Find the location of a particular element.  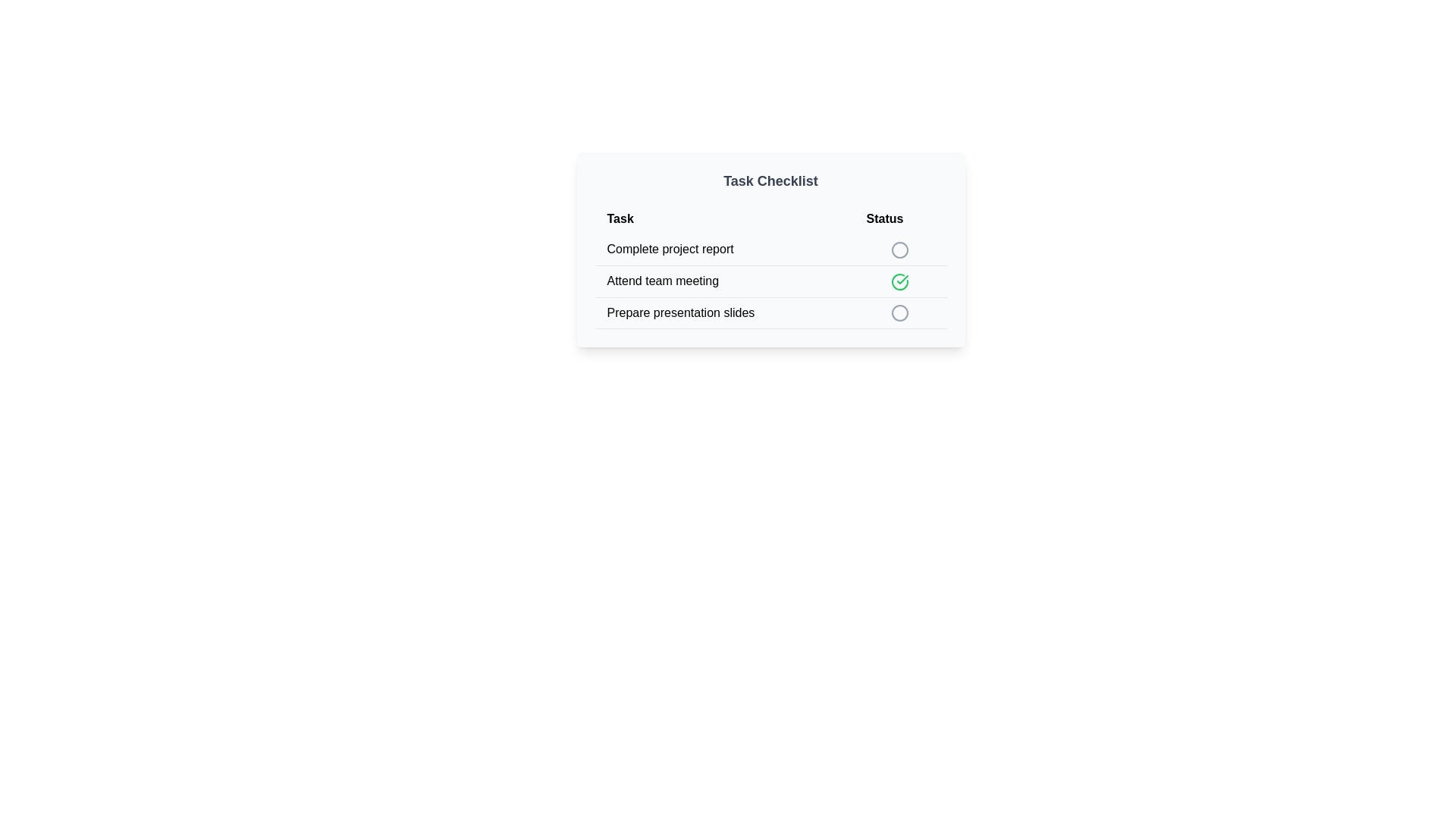

the Completion indicator icon that visually indicates the completion status of the task 'Attend team meeting' in the task checklist table is located at coordinates (900, 281).